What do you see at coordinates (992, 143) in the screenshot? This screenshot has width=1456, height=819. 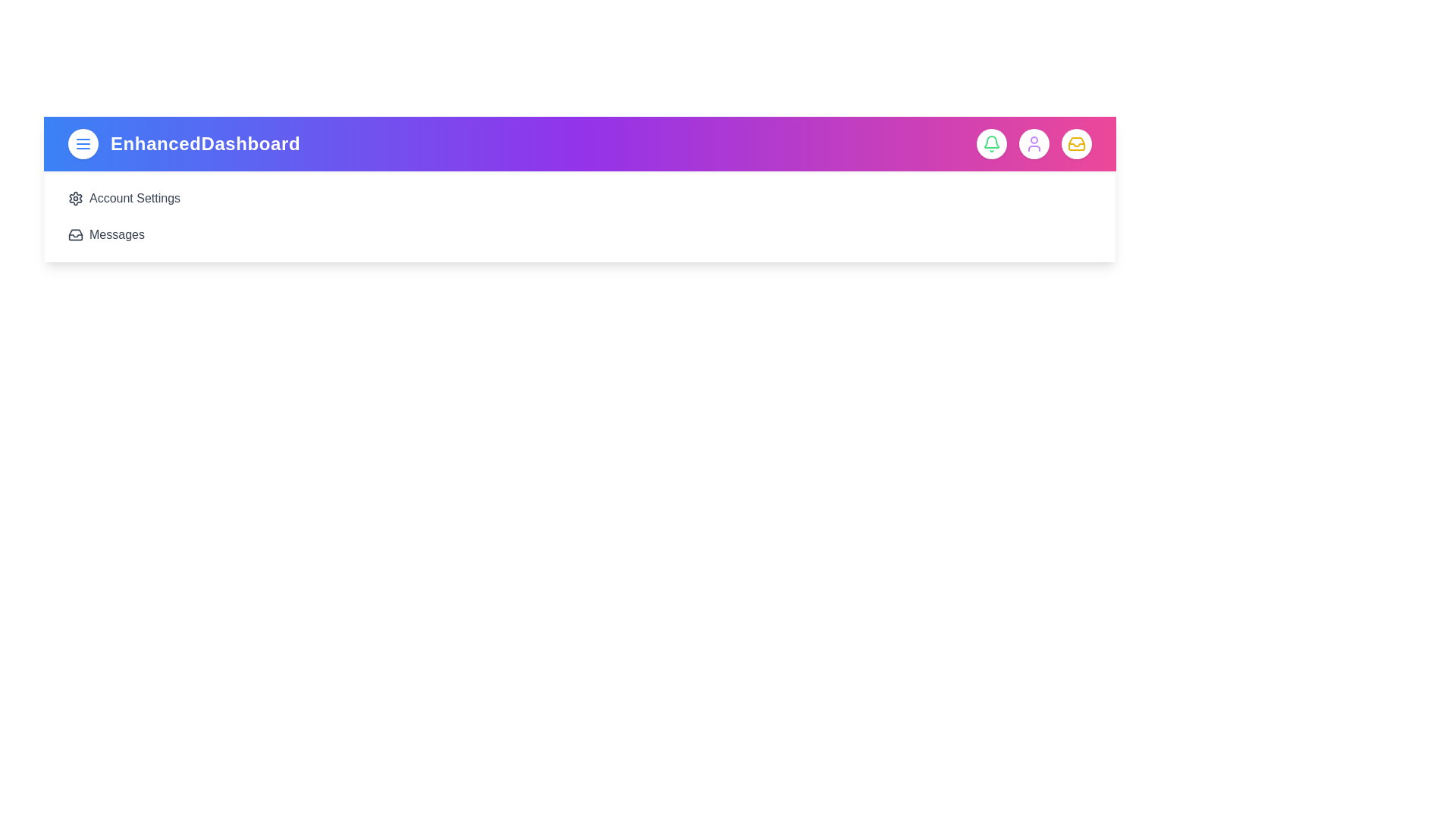 I see `the 'Bell' icon to trigger its associated action` at bounding box center [992, 143].